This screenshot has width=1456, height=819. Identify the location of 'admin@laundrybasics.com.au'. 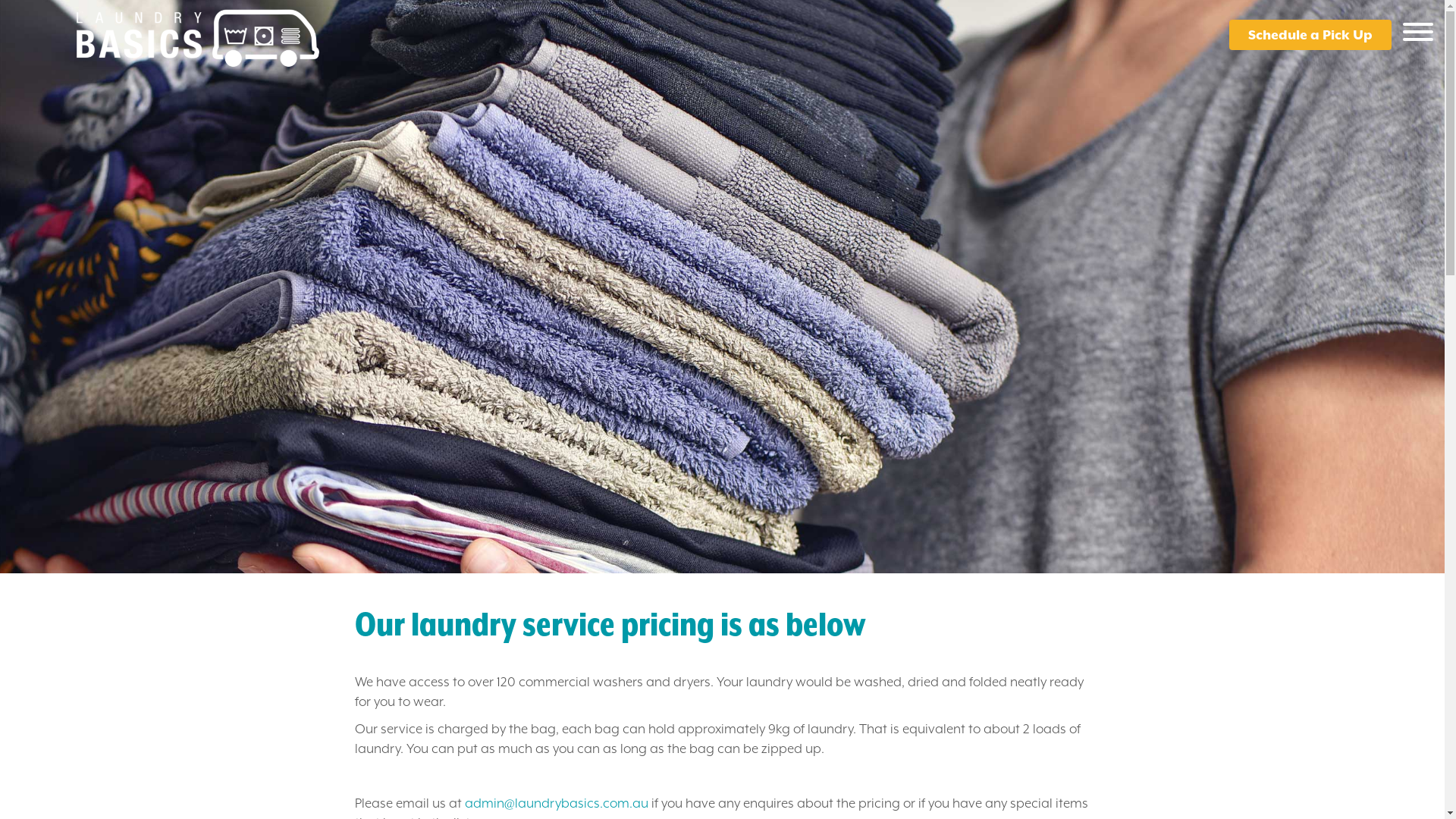
(555, 802).